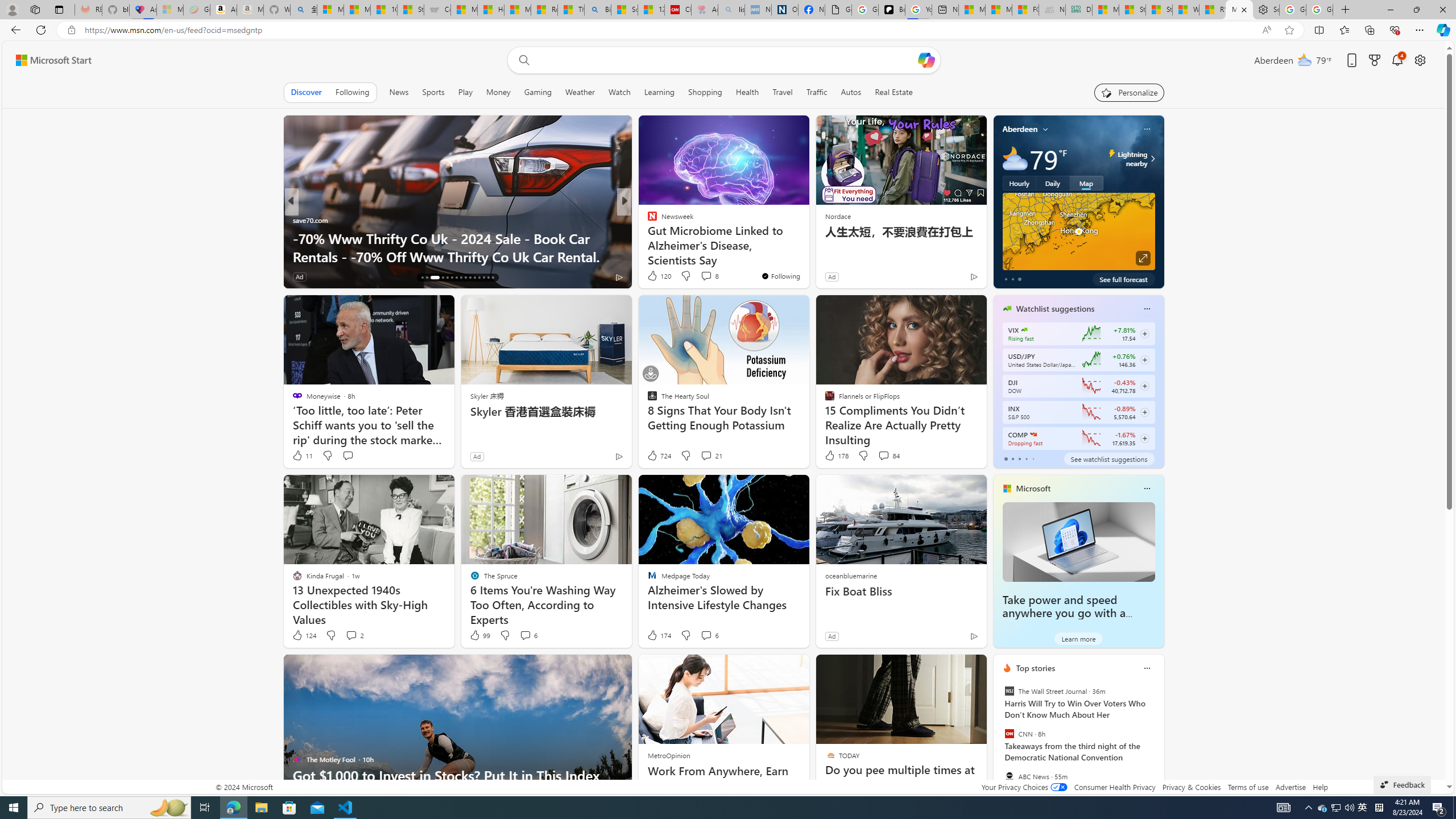 The image size is (1456, 819). What do you see at coordinates (835, 455) in the screenshot?
I see `'178 Like'` at bounding box center [835, 455].